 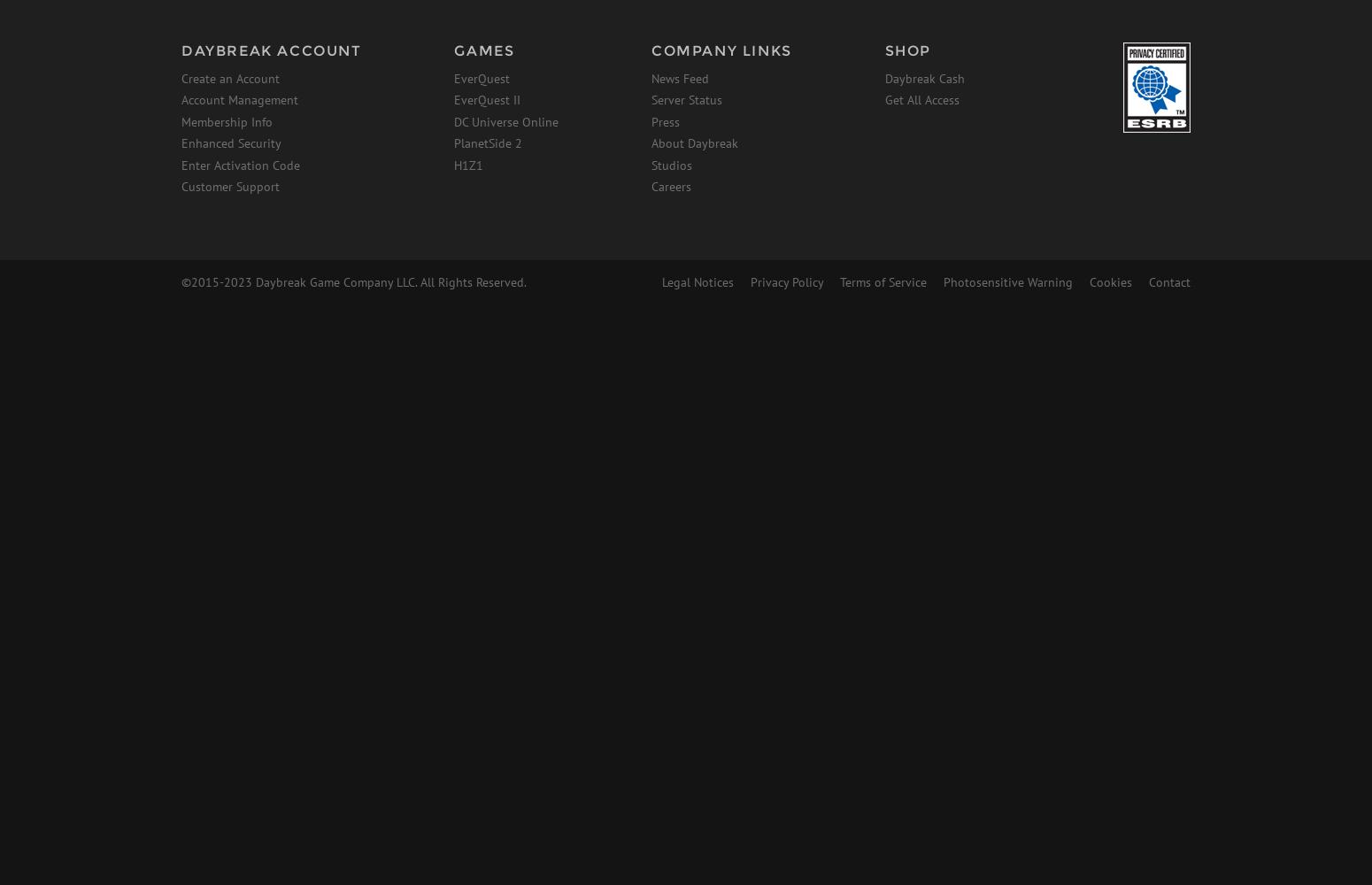 I want to click on '2023', so click(x=237, y=281).